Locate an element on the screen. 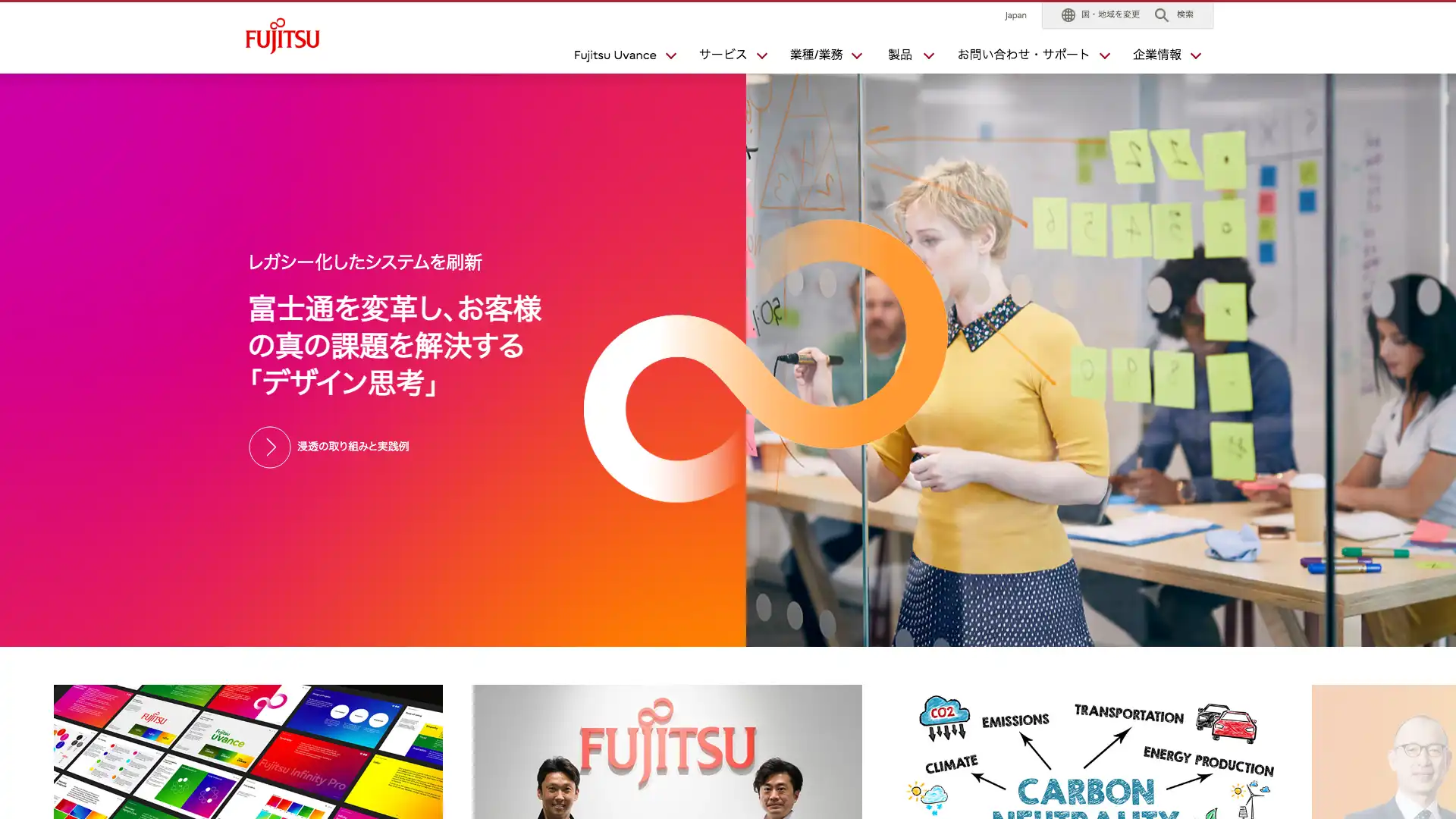 This screenshot has width=1456, height=819. / is located at coordinates (818, 58).